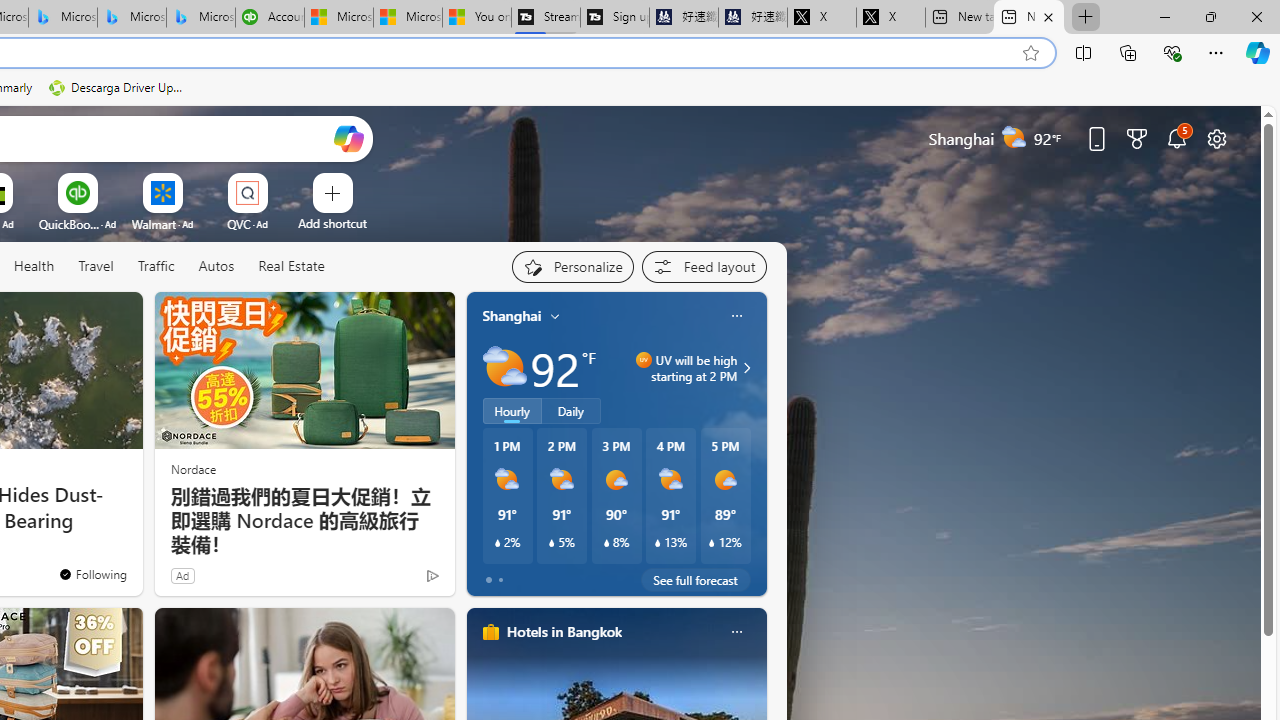 The width and height of the screenshot is (1280, 720). I want to click on 'My location', so click(555, 315).